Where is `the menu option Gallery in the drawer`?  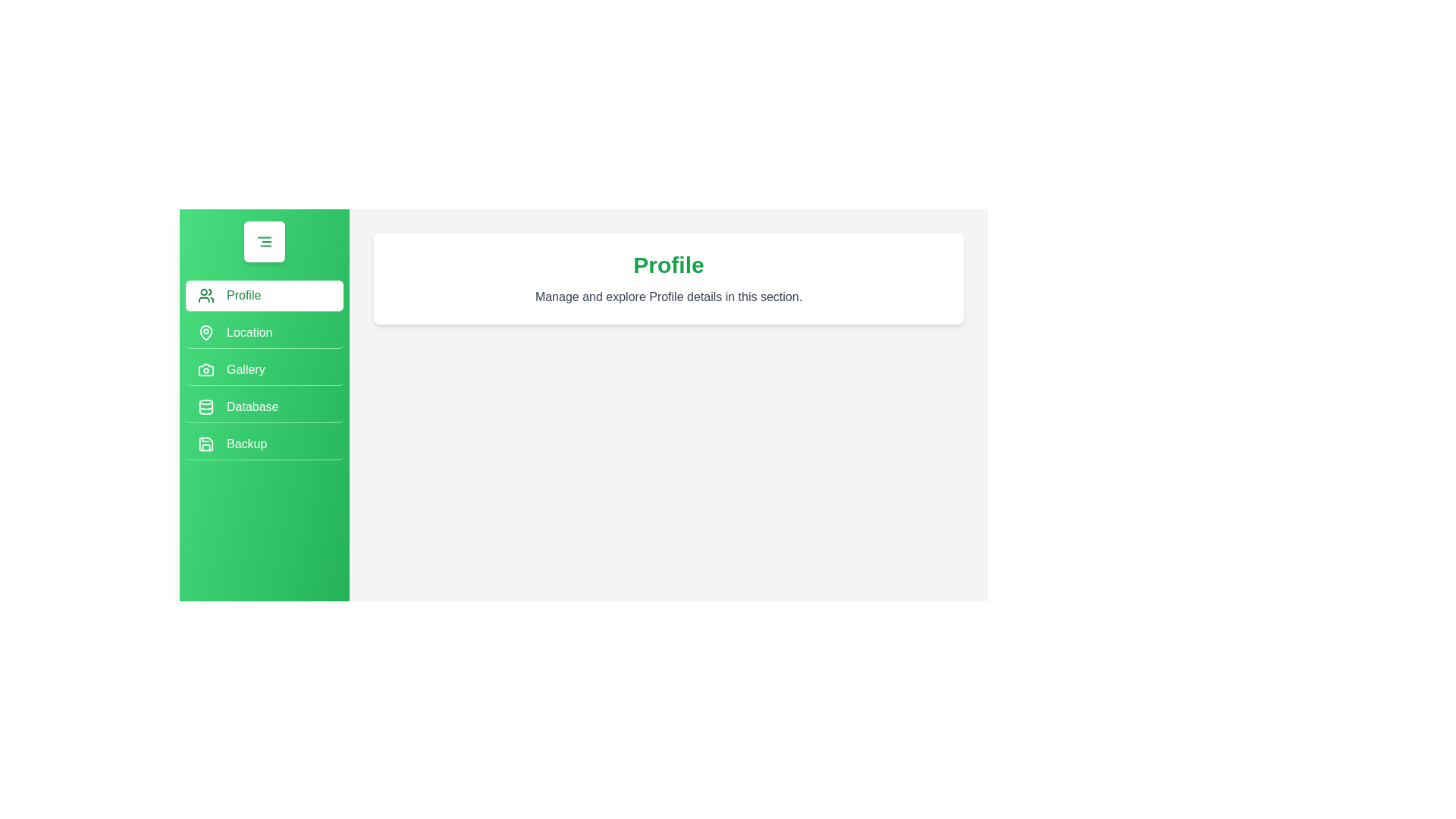 the menu option Gallery in the drawer is located at coordinates (265, 370).